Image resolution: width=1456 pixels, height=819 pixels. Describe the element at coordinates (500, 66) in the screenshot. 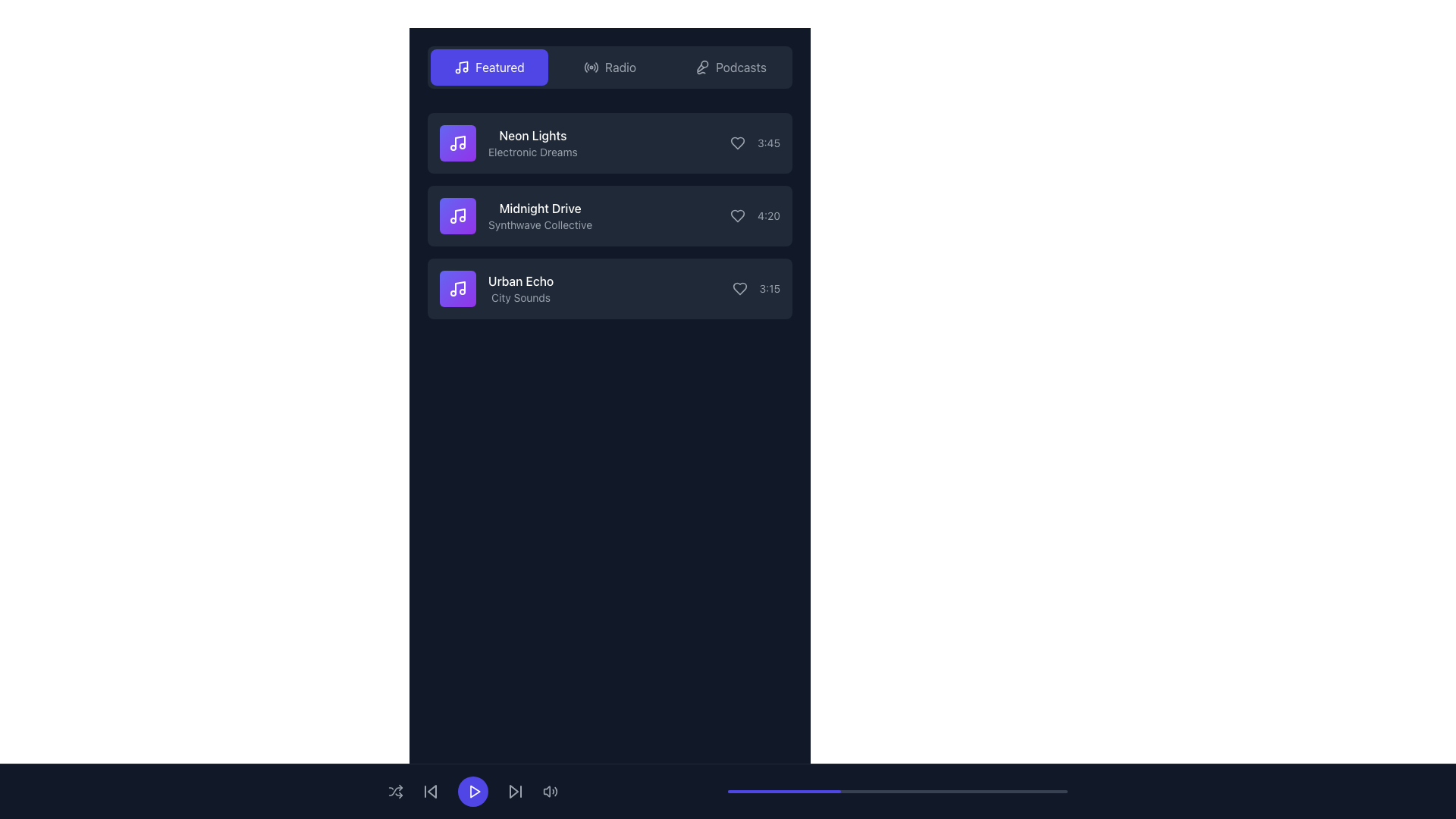

I see `the text label indicating the currently active tab or section, located within the first blue rectangular button in the top-left corner of the main content area, next to a music icon` at that location.